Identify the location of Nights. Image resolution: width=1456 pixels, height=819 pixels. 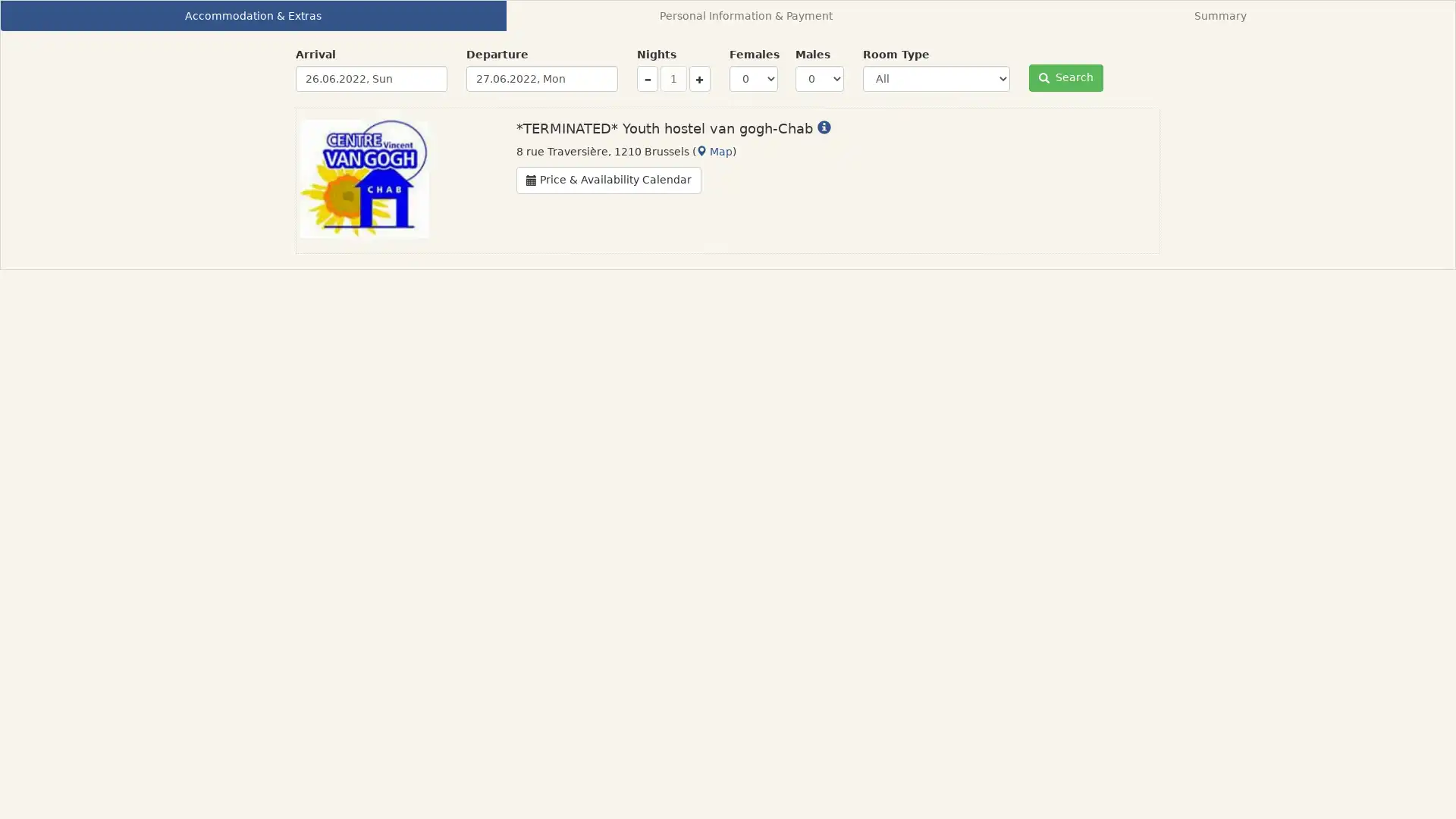
(698, 79).